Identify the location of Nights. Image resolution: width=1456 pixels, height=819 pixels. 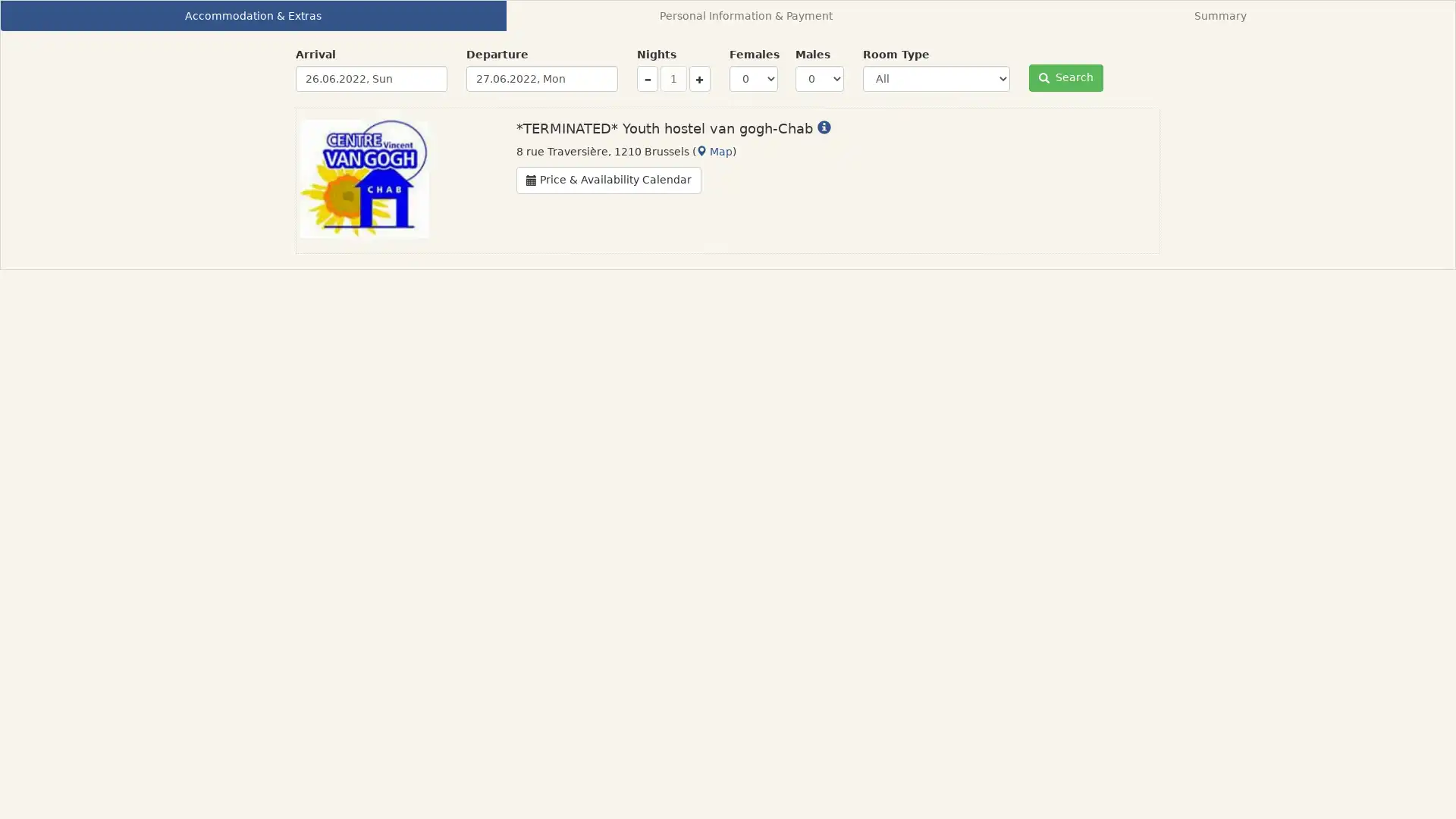
(698, 79).